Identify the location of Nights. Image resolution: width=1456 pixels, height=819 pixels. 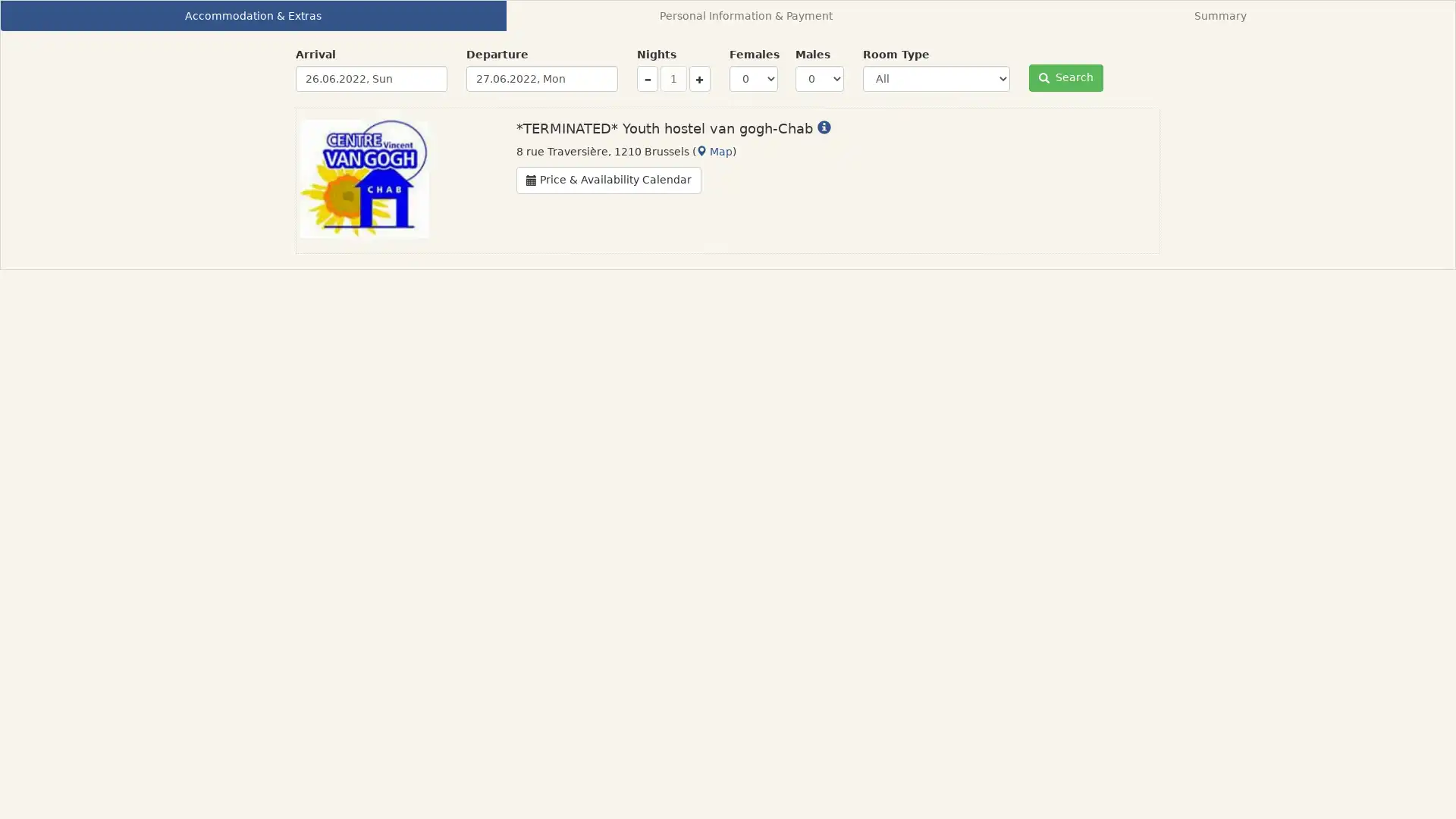
(698, 79).